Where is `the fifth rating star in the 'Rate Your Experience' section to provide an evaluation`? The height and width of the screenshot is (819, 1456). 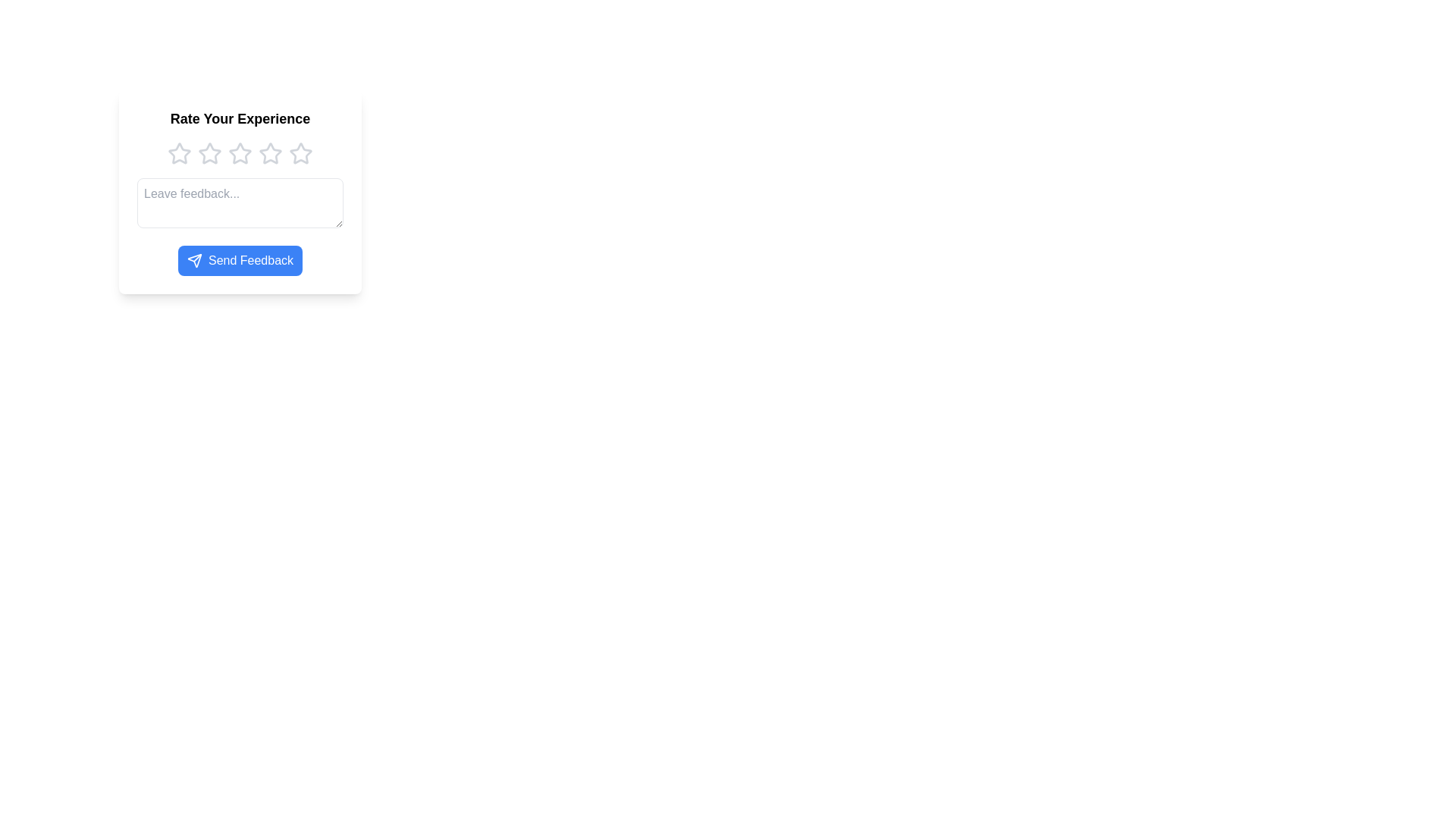
the fifth rating star in the 'Rate Your Experience' section to provide an evaluation is located at coordinates (301, 154).